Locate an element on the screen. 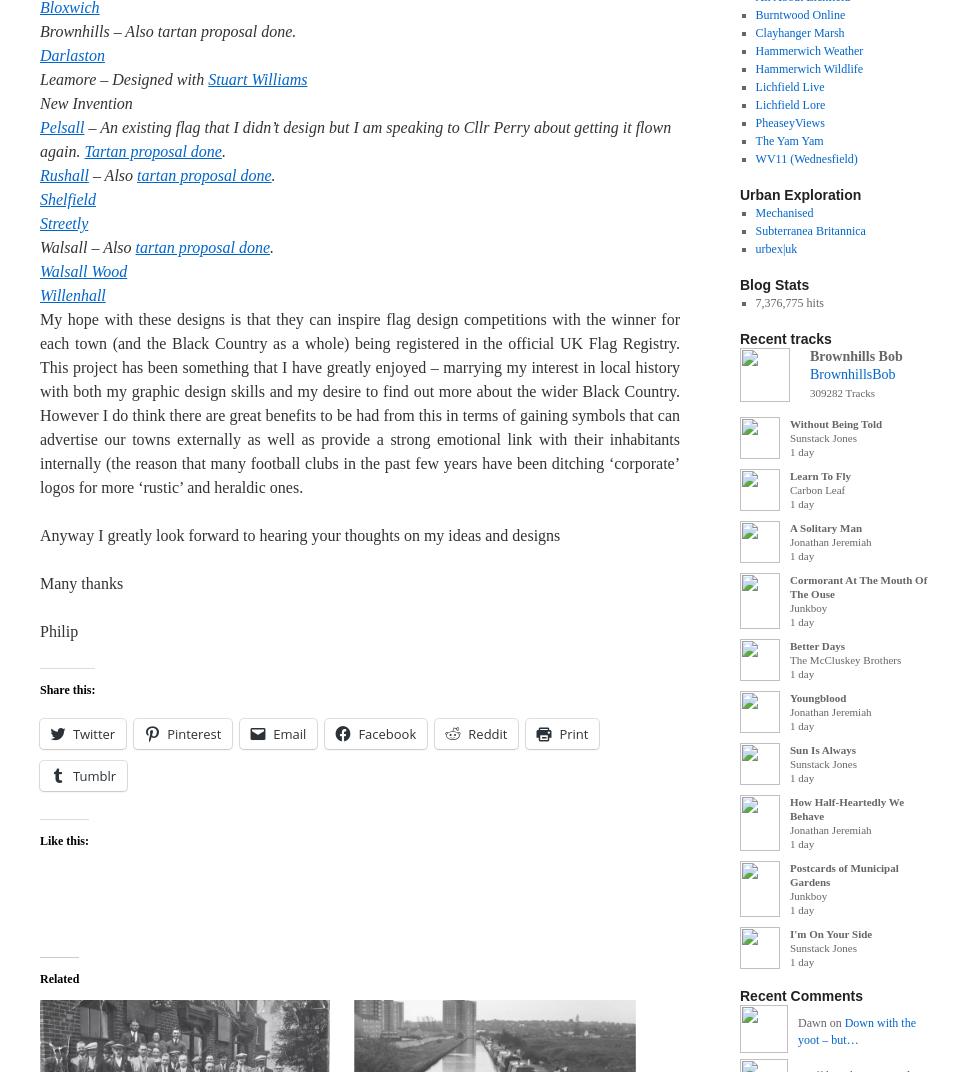  'Many thanks' is located at coordinates (81, 582).